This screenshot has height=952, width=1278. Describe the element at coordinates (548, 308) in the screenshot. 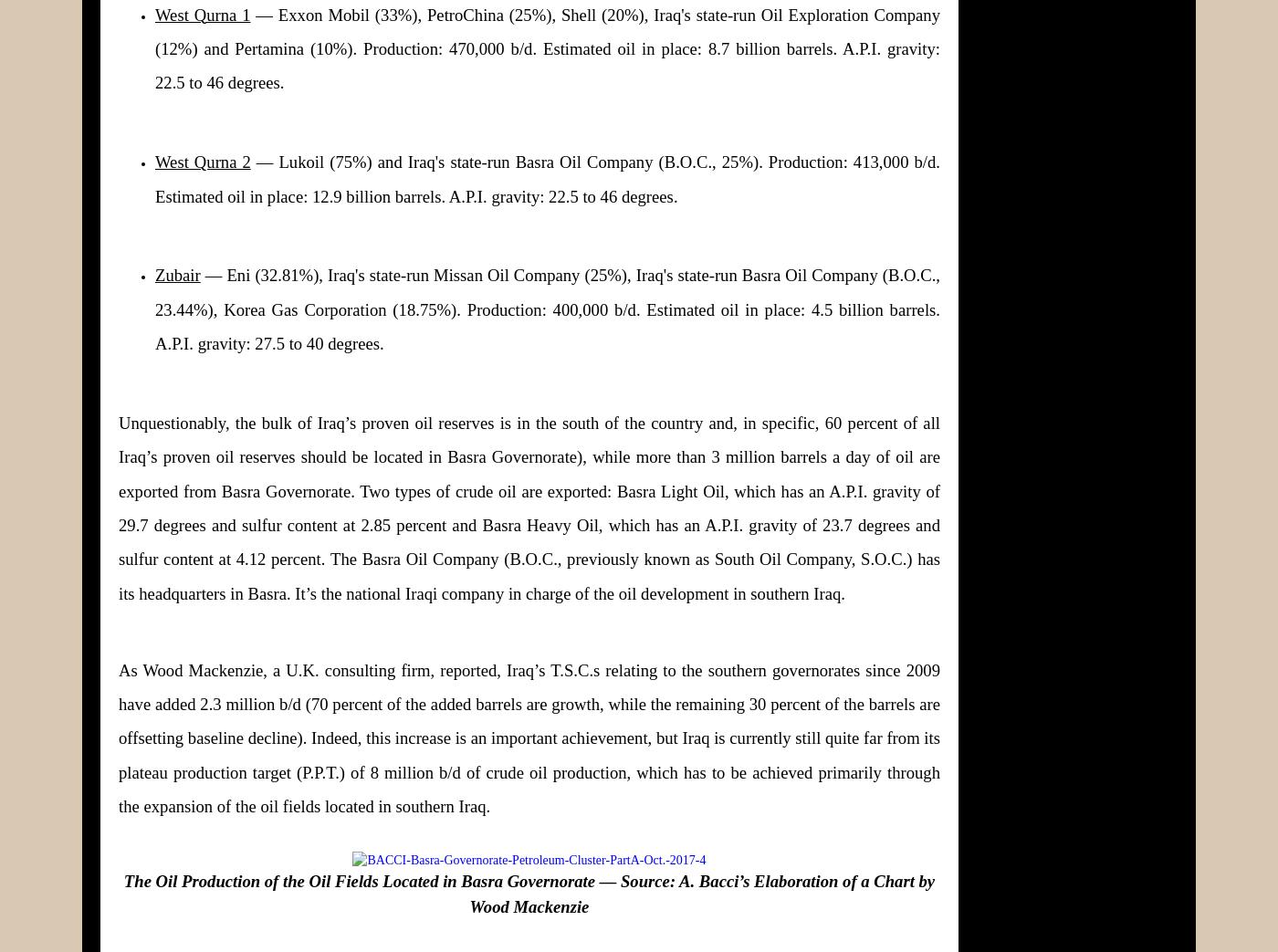

I see `'— Eni (32.81%), Iraq's state-run
Missan Oil Company (25%), Iraq's state-run Basra Oil Company (B.O.C., 23.44%),
Korea Gas Corporation (18.75%). Production: 400,000 b/d. Estimated oil in
place: 4.5 billion barrels. A.P.I. gravity: 27.5 to 40 degrees.'` at that location.